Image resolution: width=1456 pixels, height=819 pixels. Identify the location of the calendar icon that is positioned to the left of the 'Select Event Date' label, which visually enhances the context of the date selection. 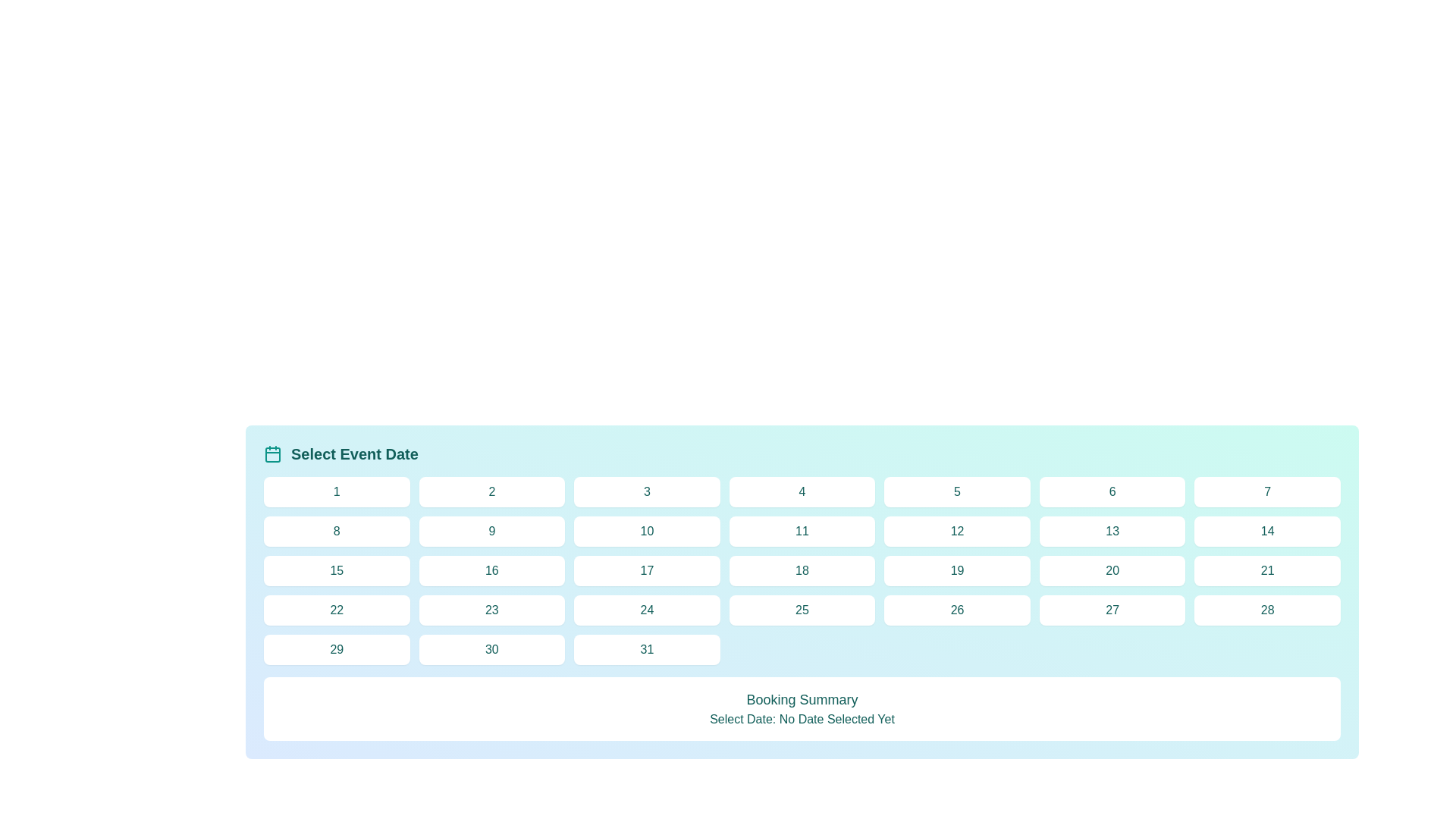
(273, 453).